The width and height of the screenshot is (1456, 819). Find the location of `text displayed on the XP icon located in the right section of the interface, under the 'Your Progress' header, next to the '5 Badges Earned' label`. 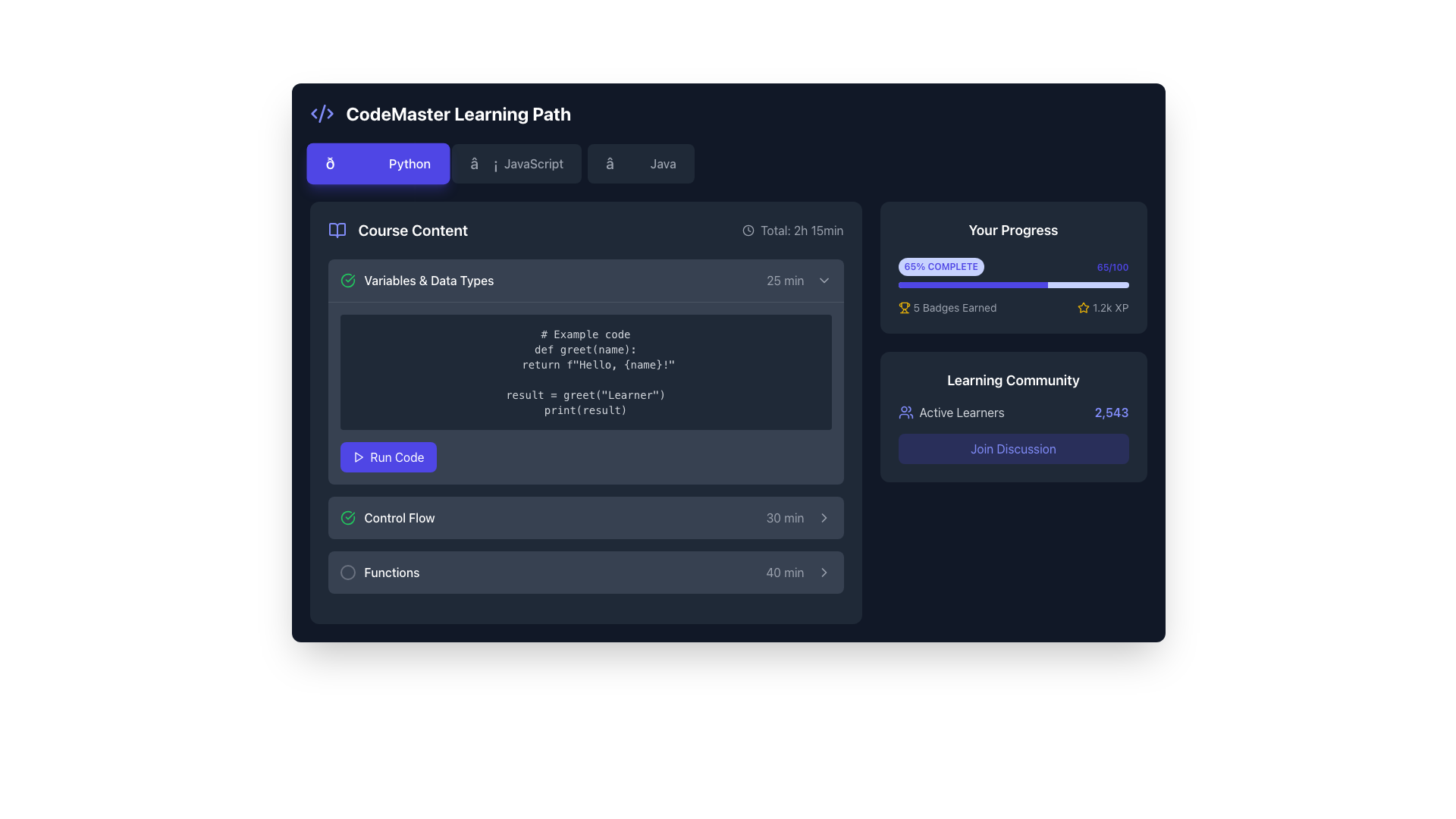

text displayed on the XP icon located in the right section of the interface, under the 'Your Progress' header, next to the '5 Badges Earned' label is located at coordinates (1103, 307).